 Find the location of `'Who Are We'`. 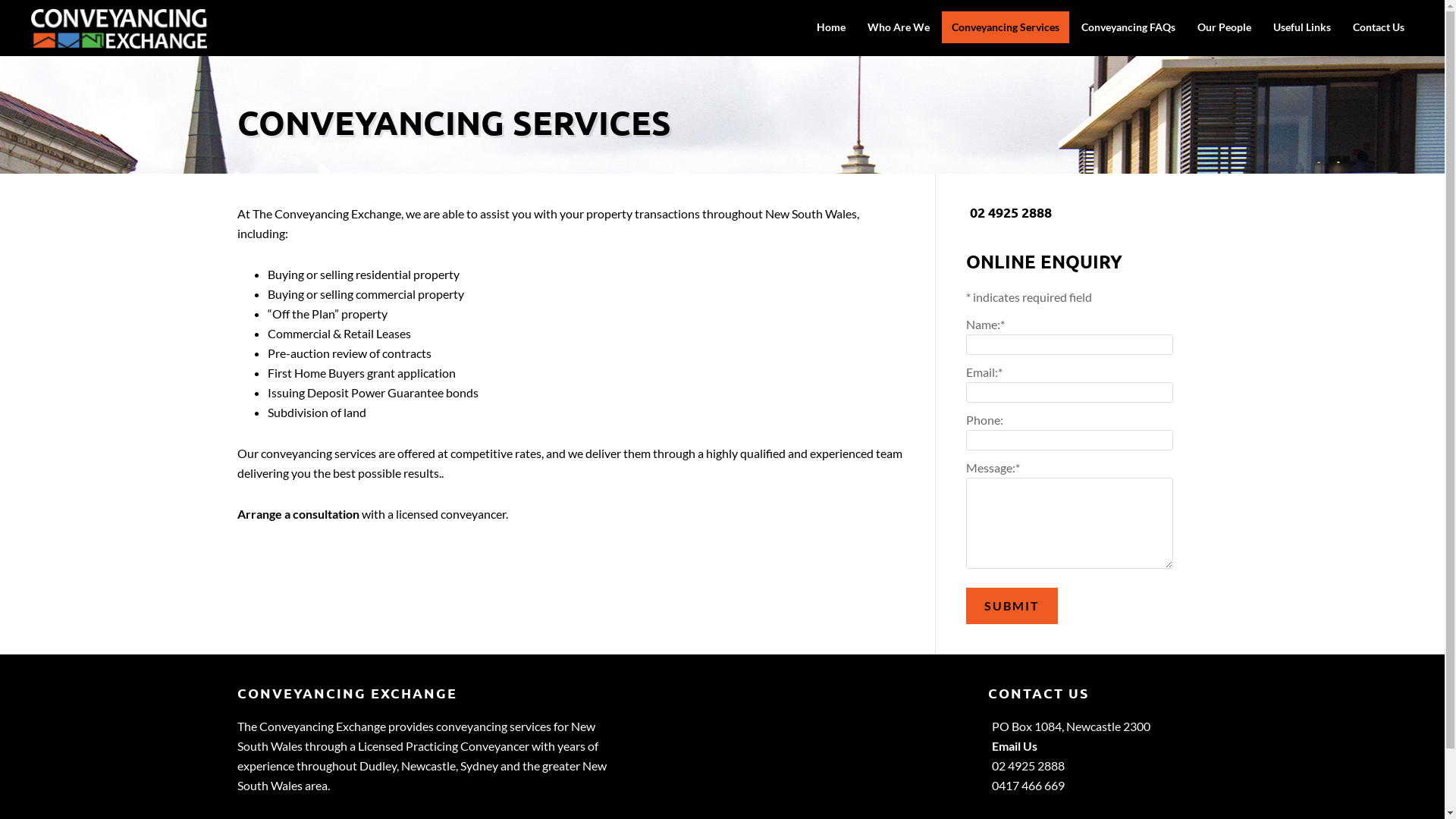

'Who Are We' is located at coordinates (899, 27).